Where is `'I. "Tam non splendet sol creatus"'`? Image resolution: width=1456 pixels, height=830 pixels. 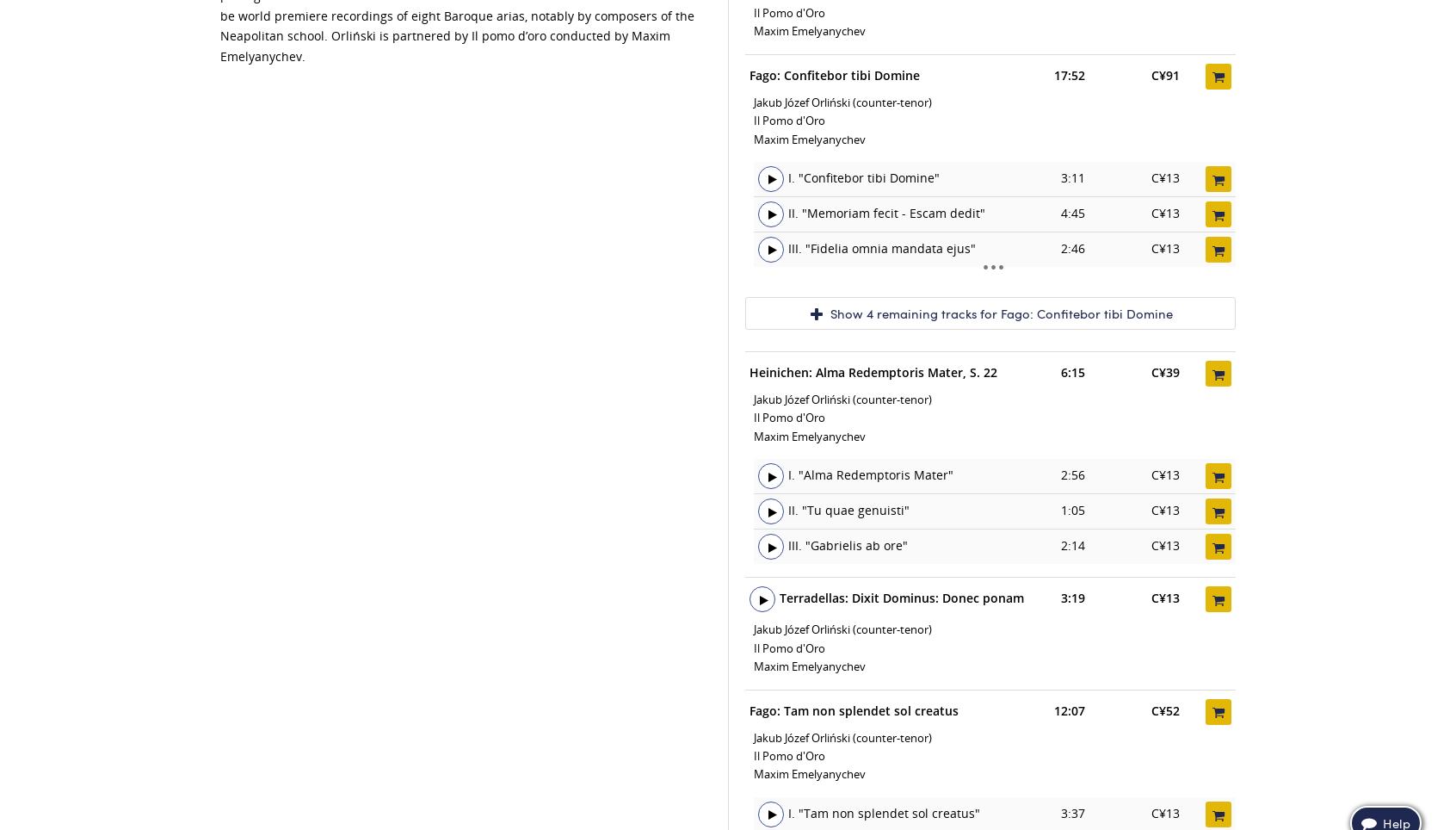
'I. "Tam non splendet sol creatus"' is located at coordinates (883, 813).